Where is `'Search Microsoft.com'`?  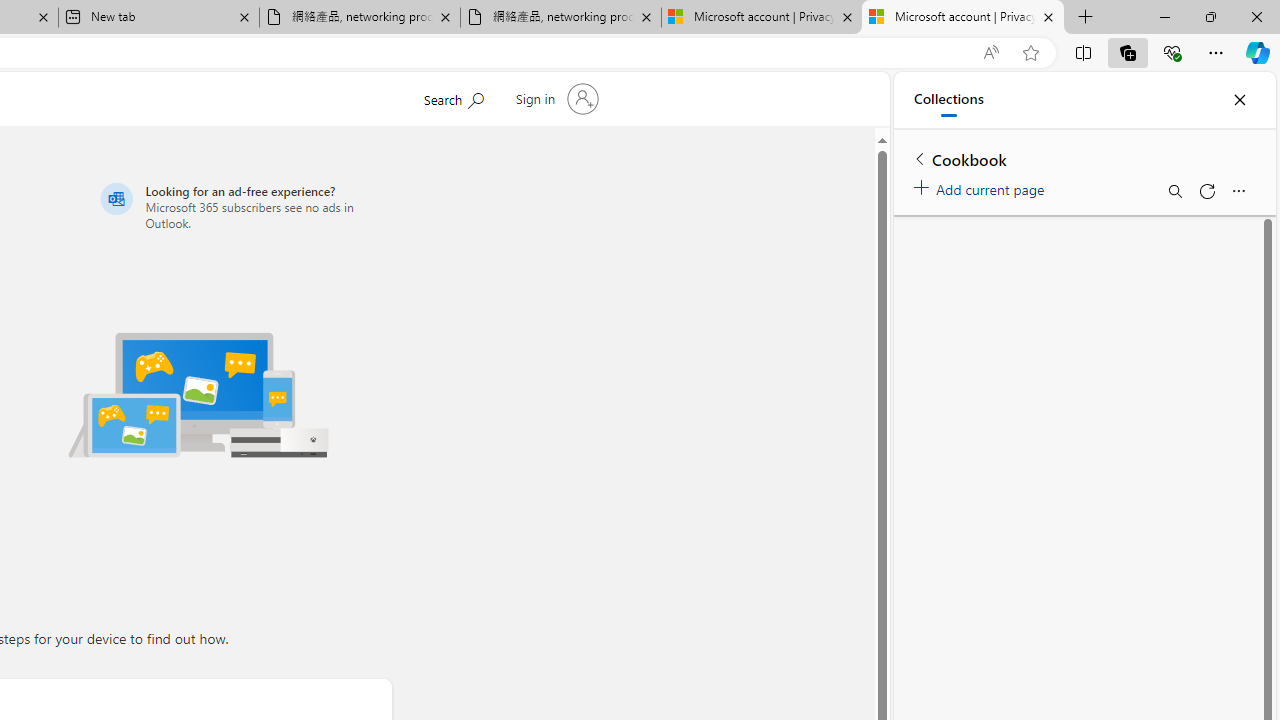
'Search Microsoft.com' is located at coordinates (452, 97).